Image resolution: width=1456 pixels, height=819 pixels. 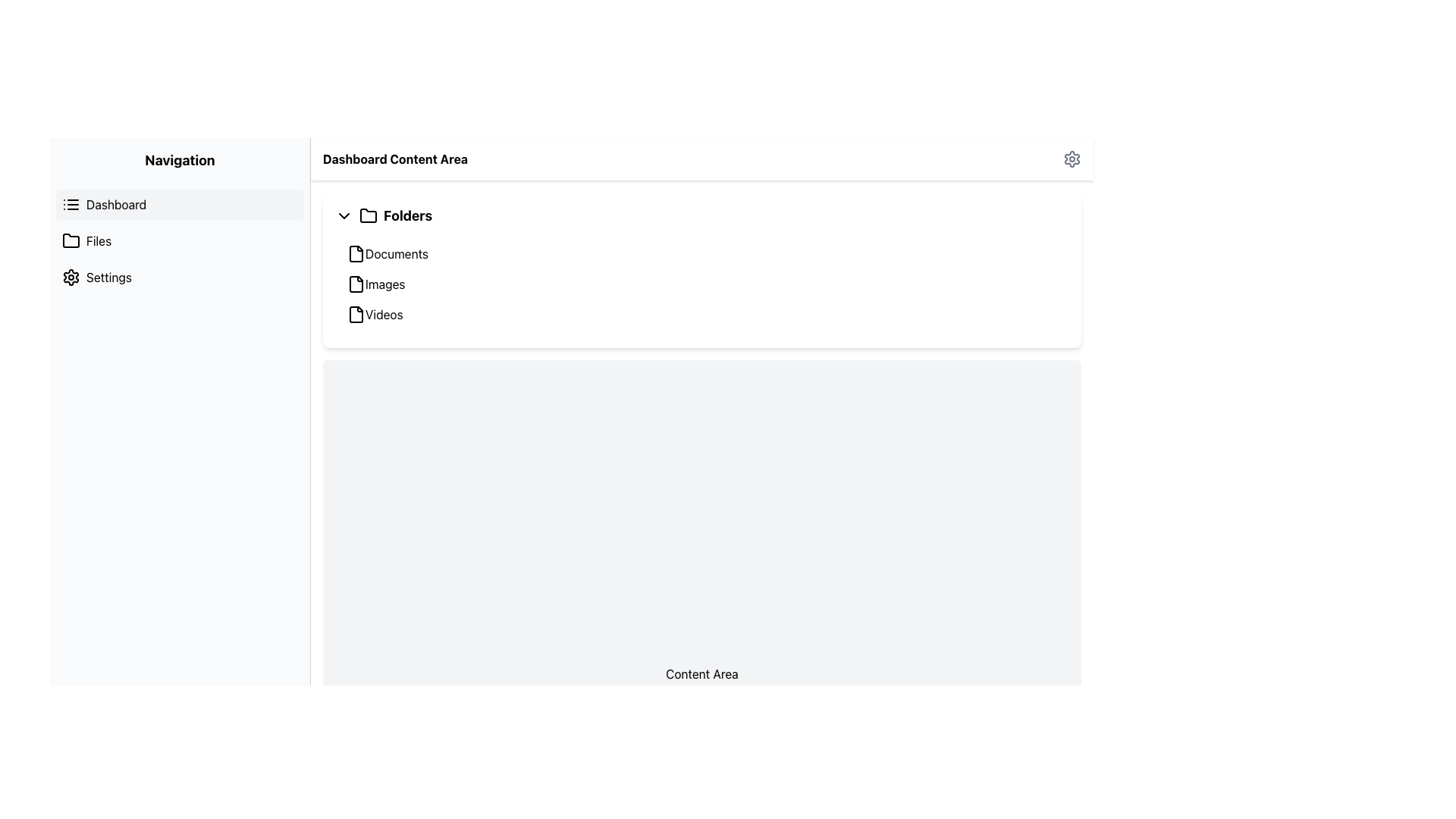 I want to click on the third navigation item in the vertical menu on the left side of the interface, so click(x=180, y=278).